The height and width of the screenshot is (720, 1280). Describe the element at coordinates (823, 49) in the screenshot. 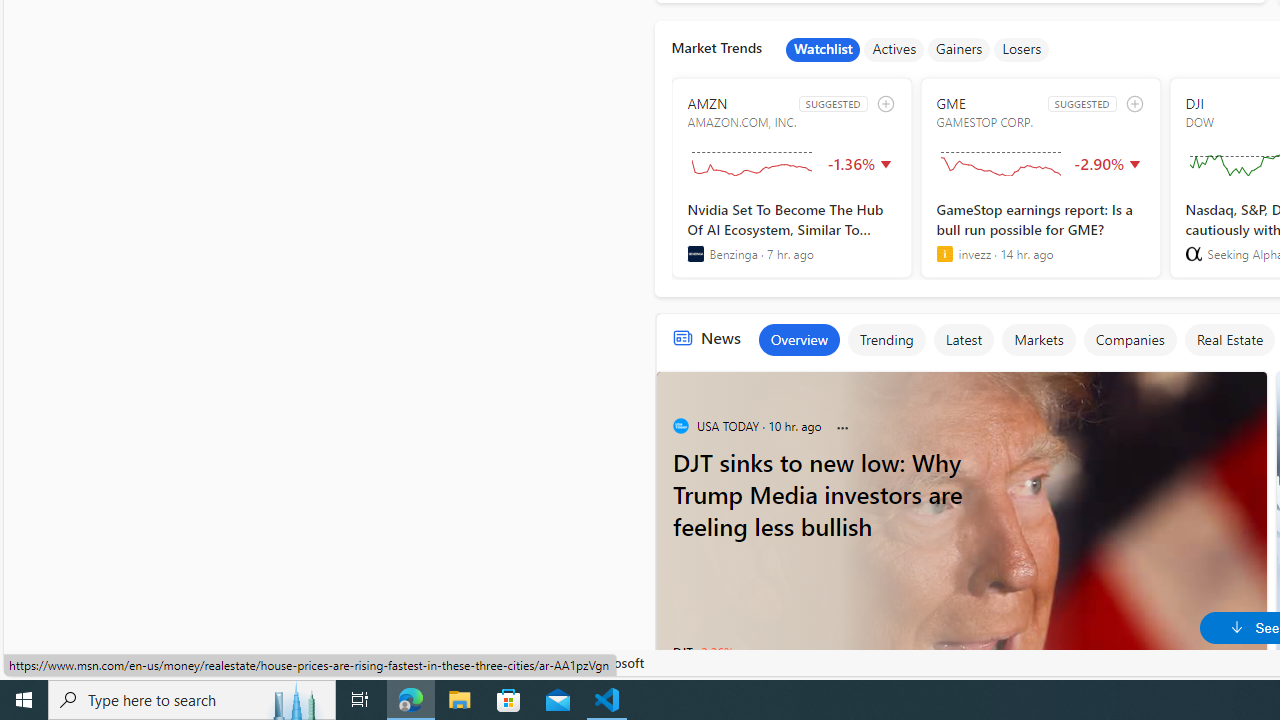

I see `'Watchlist'` at that location.